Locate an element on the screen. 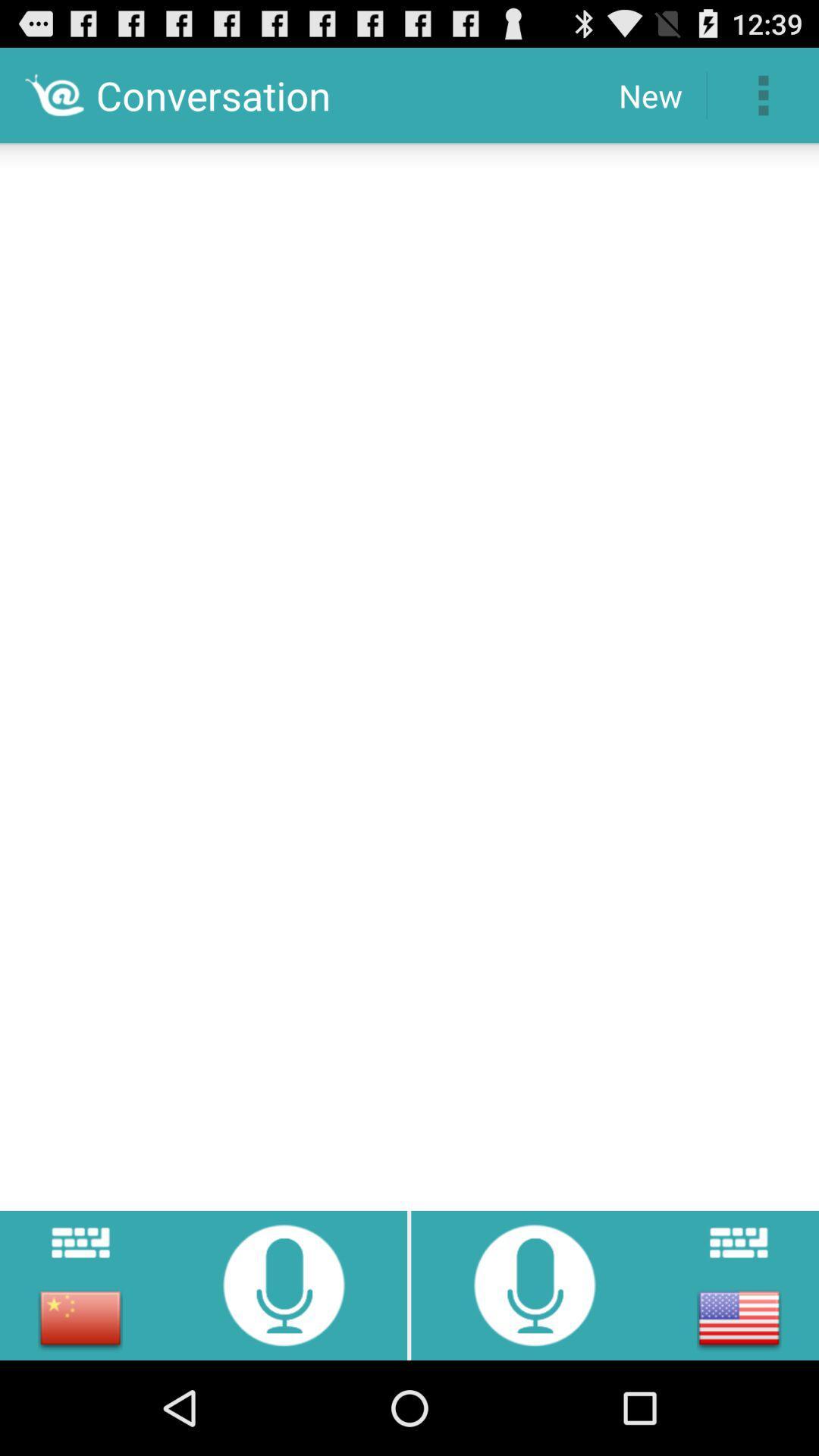  enable keyboard is located at coordinates (738, 1242).